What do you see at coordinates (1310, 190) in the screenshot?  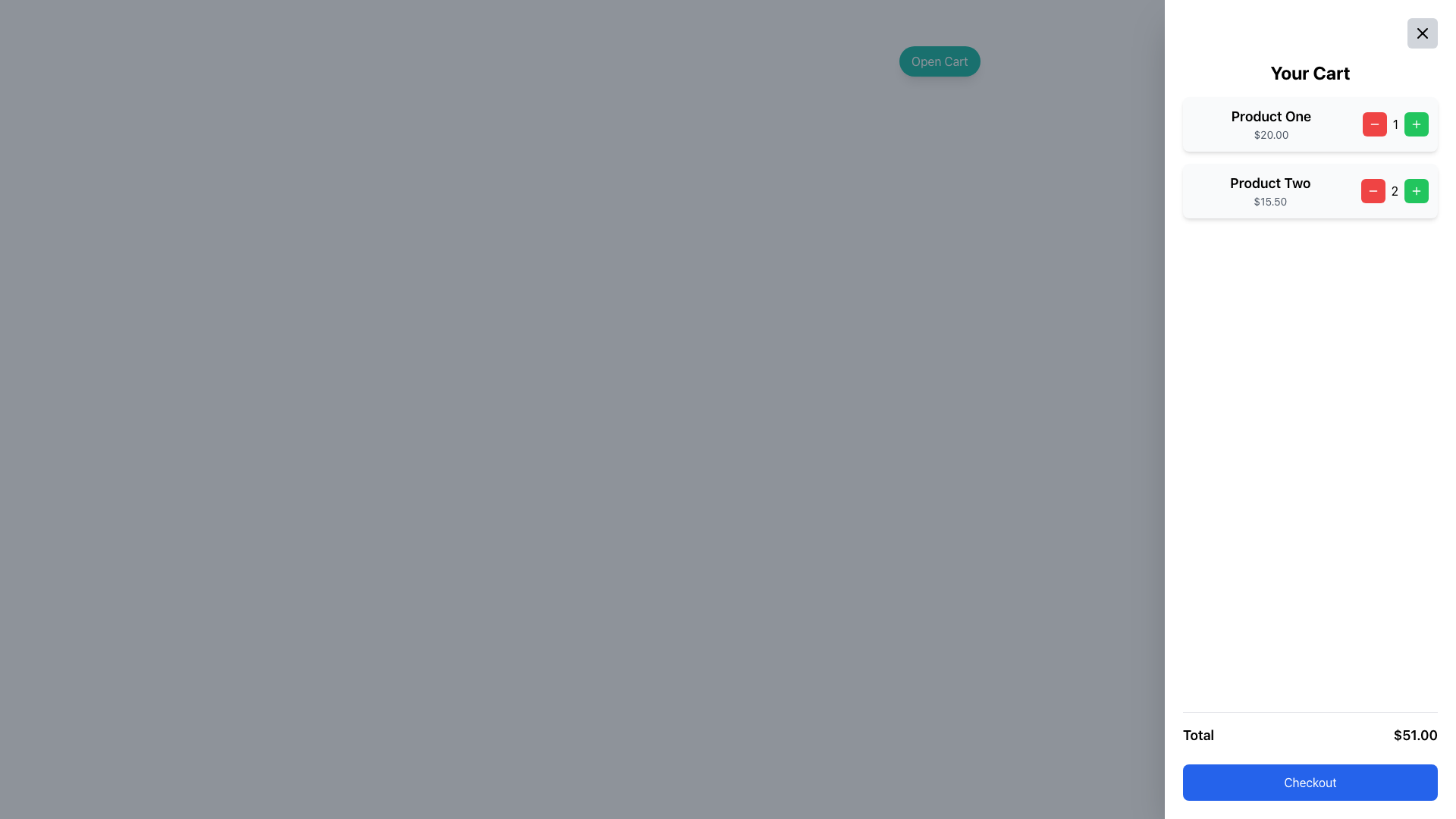 I see `product details from the Cart Item Display located in the second row of the shopping cart, directly below 'Product One'` at bounding box center [1310, 190].